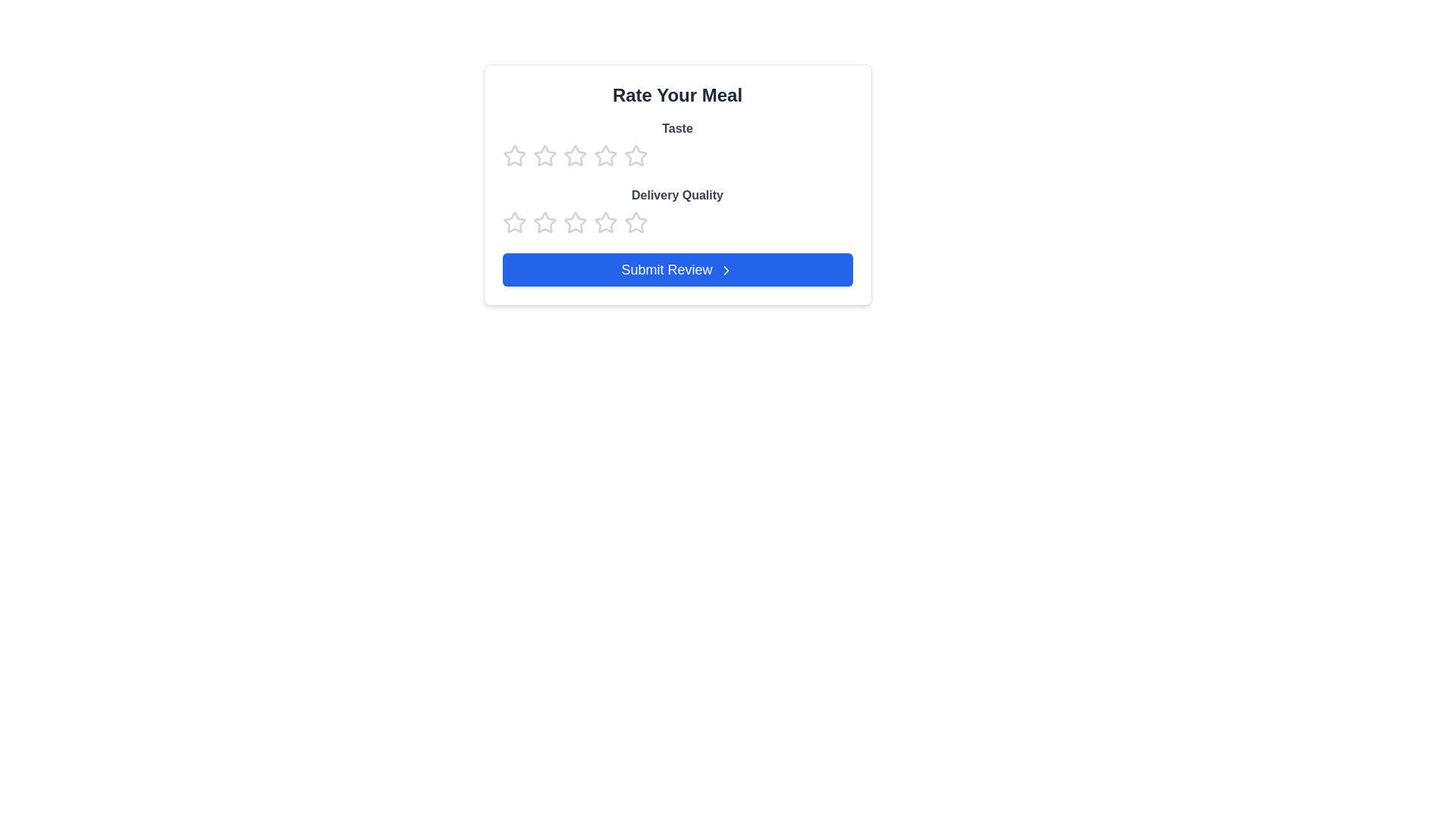 This screenshot has width=1456, height=819. What do you see at coordinates (604, 155) in the screenshot?
I see `the second star from the left in the row of five stars under the 'Taste' category` at bounding box center [604, 155].